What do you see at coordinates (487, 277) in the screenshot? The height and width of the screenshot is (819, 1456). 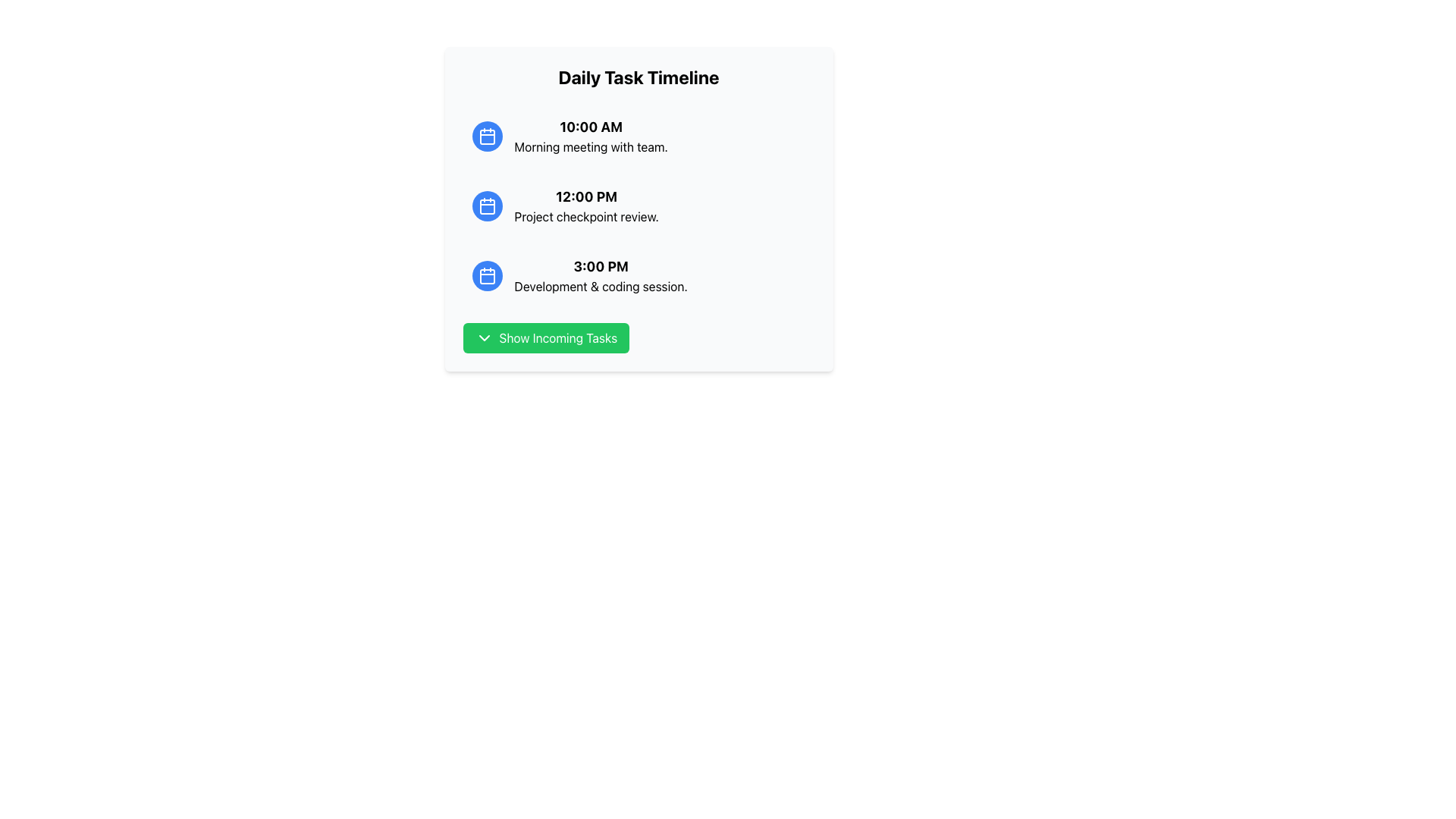 I see `the central rounded rectangle of the calendar icon representing the '3:00 PM Development & coding session' task in the 'Daily Task Timeline'` at bounding box center [487, 277].